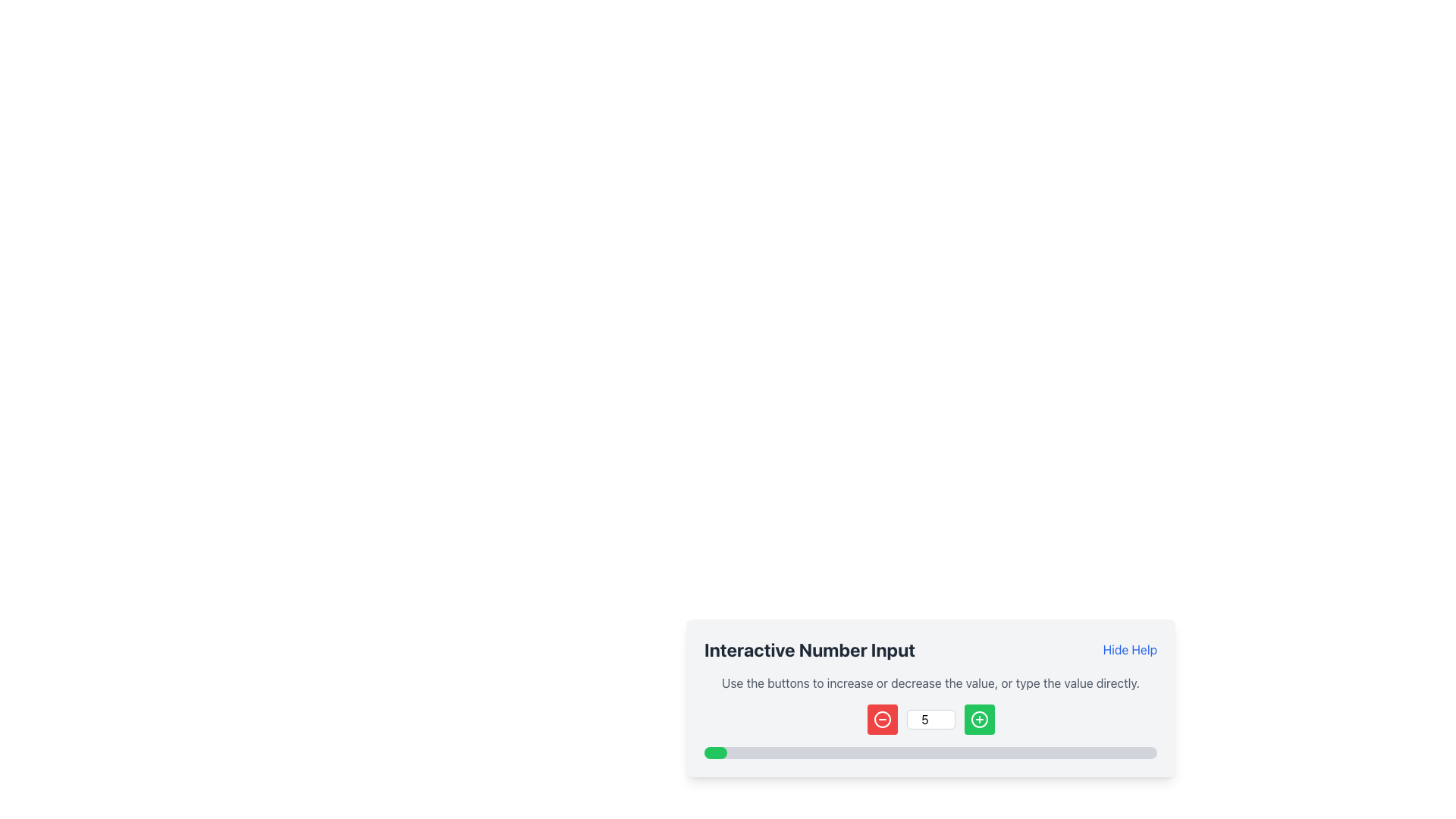  Describe the element at coordinates (979, 718) in the screenshot. I see `the circular SVG element within the green square button to the right of the numeric input field to increment the value` at that location.